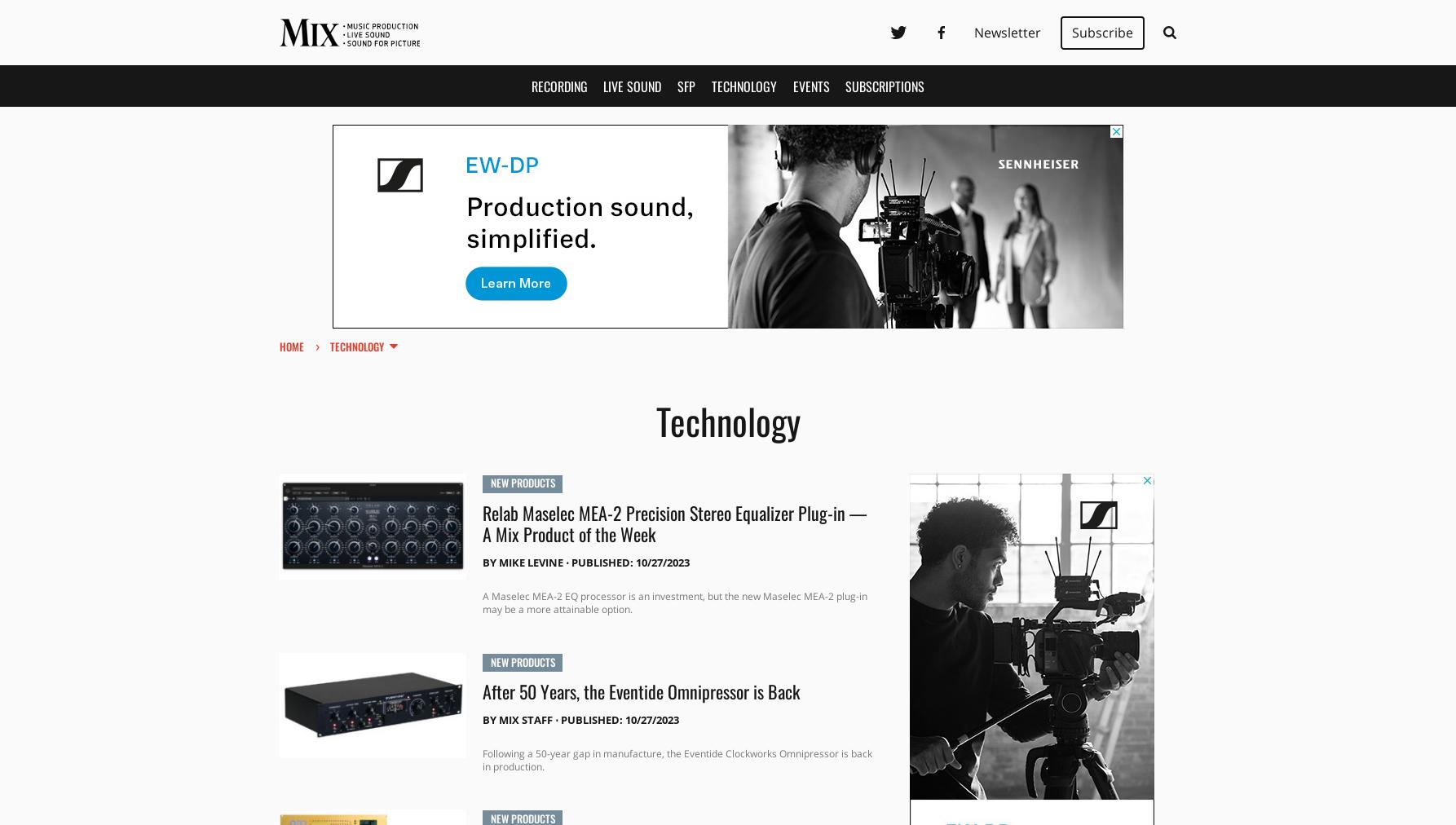 This screenshot has height=825, width=1456. What do you see at coordinates (675, 759) in the screenshot?
I see `'Following a 50-year gap in manufacture, the Eventide Clockworks Omnipressor is back in production.'` at bounding box center [675, 759].